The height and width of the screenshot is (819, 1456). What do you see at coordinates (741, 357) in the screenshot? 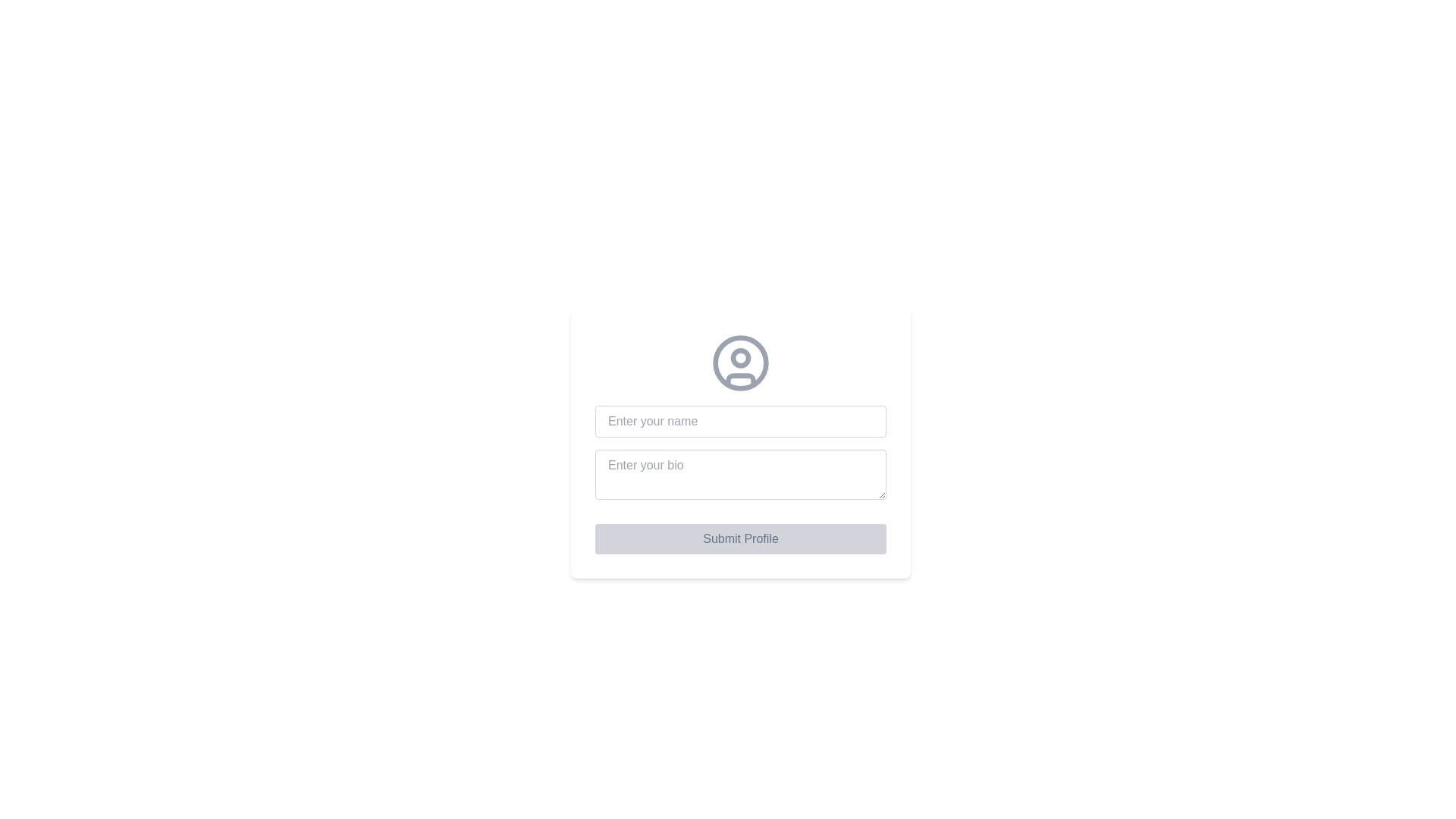
I see `the small circular design element located at the center of the larger circular user avatar icon, which is positioned in the upper half of the icon's interior` at bounding box center [741, 357].